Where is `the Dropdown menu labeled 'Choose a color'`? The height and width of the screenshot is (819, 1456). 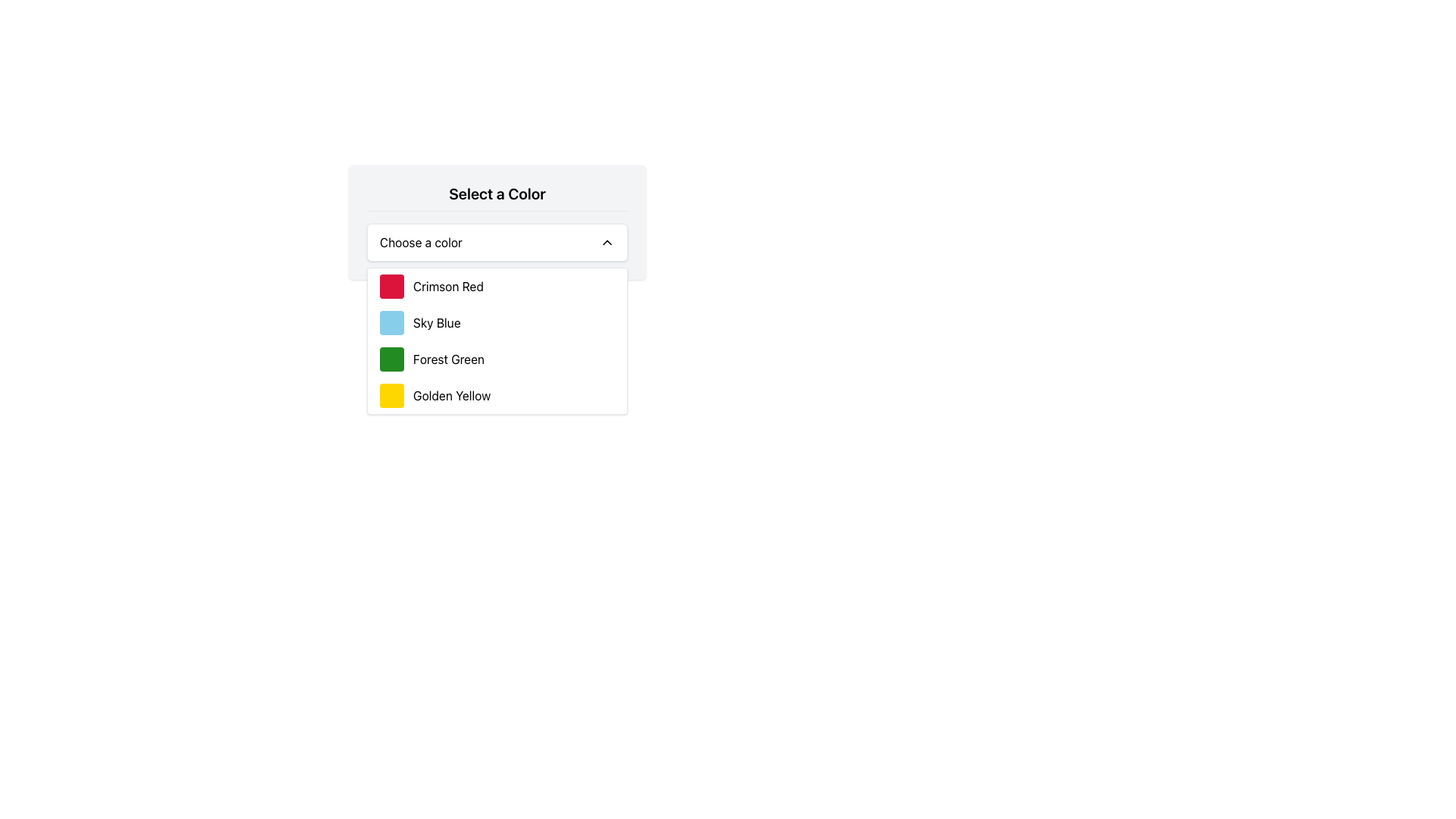
the Dropdown menu labeled 'Choose a color' is located at coordinates (497, 242).